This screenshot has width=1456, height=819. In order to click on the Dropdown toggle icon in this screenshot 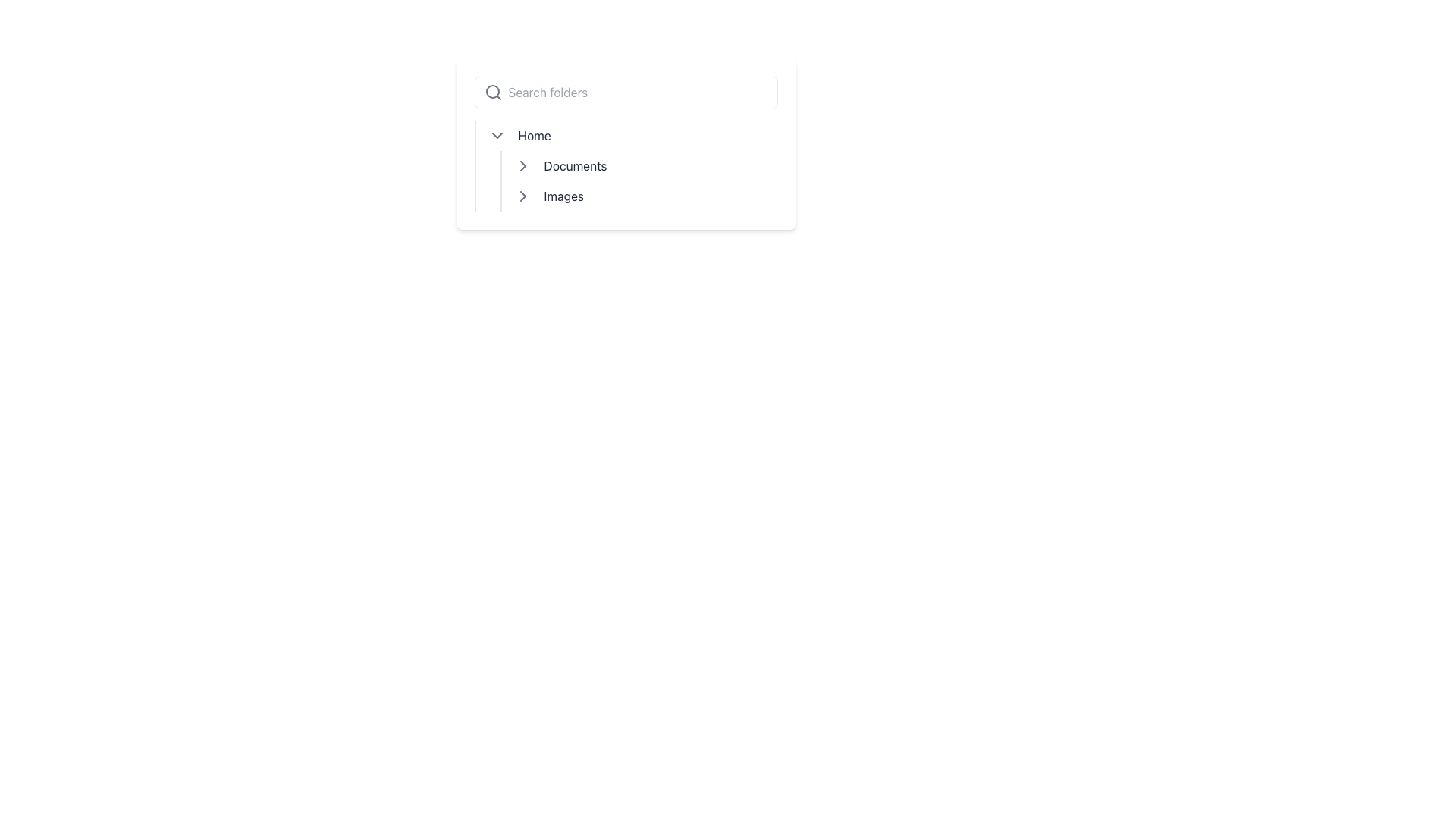, I will do `click(497, 134)`.